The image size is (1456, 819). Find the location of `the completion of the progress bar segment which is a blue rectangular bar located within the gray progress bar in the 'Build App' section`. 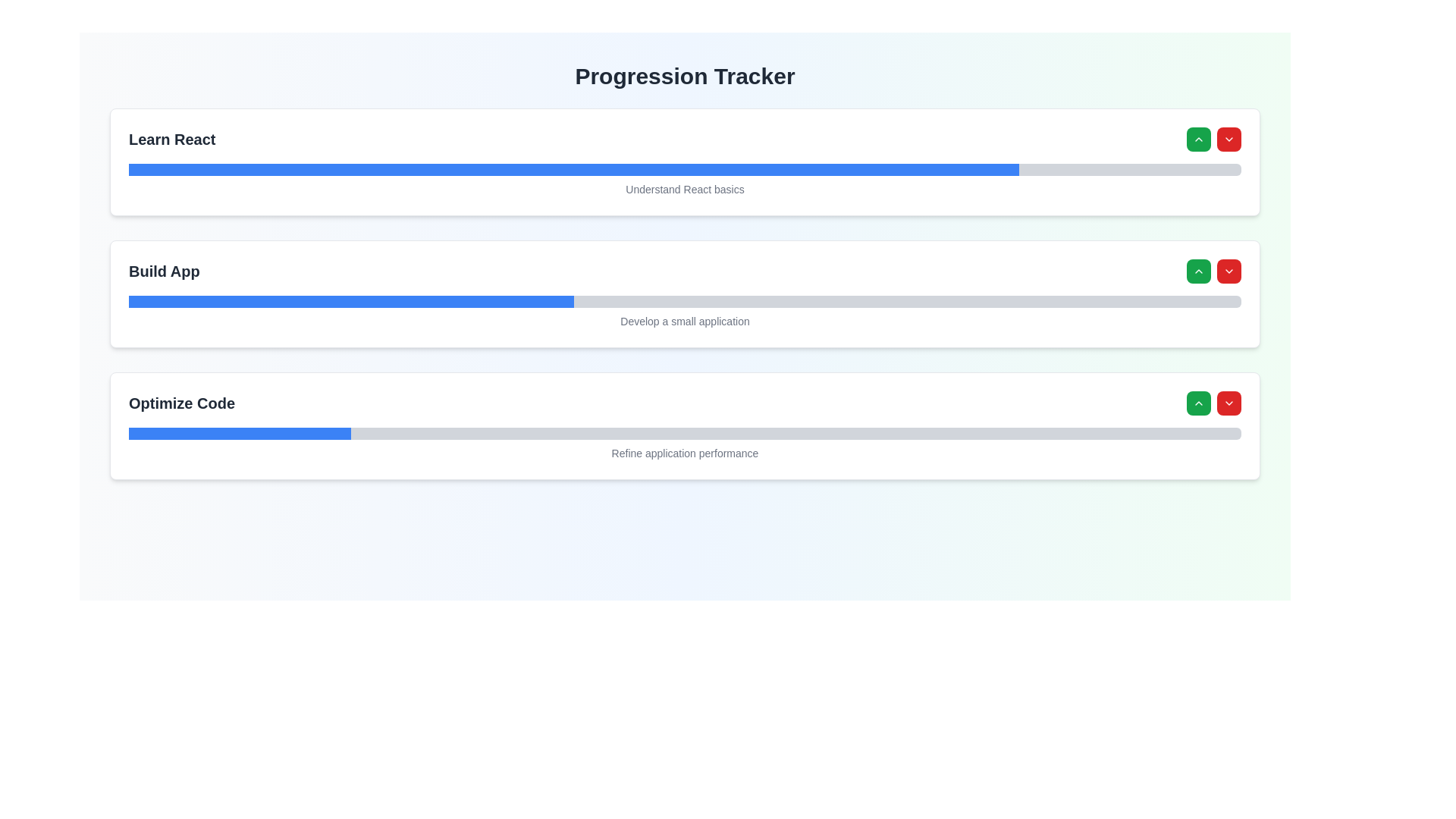

the completion of the progress bar segment which is a blue rectangular bar located within the gray progress bar in the 'Build App' section is located at coordinates (350, 301).